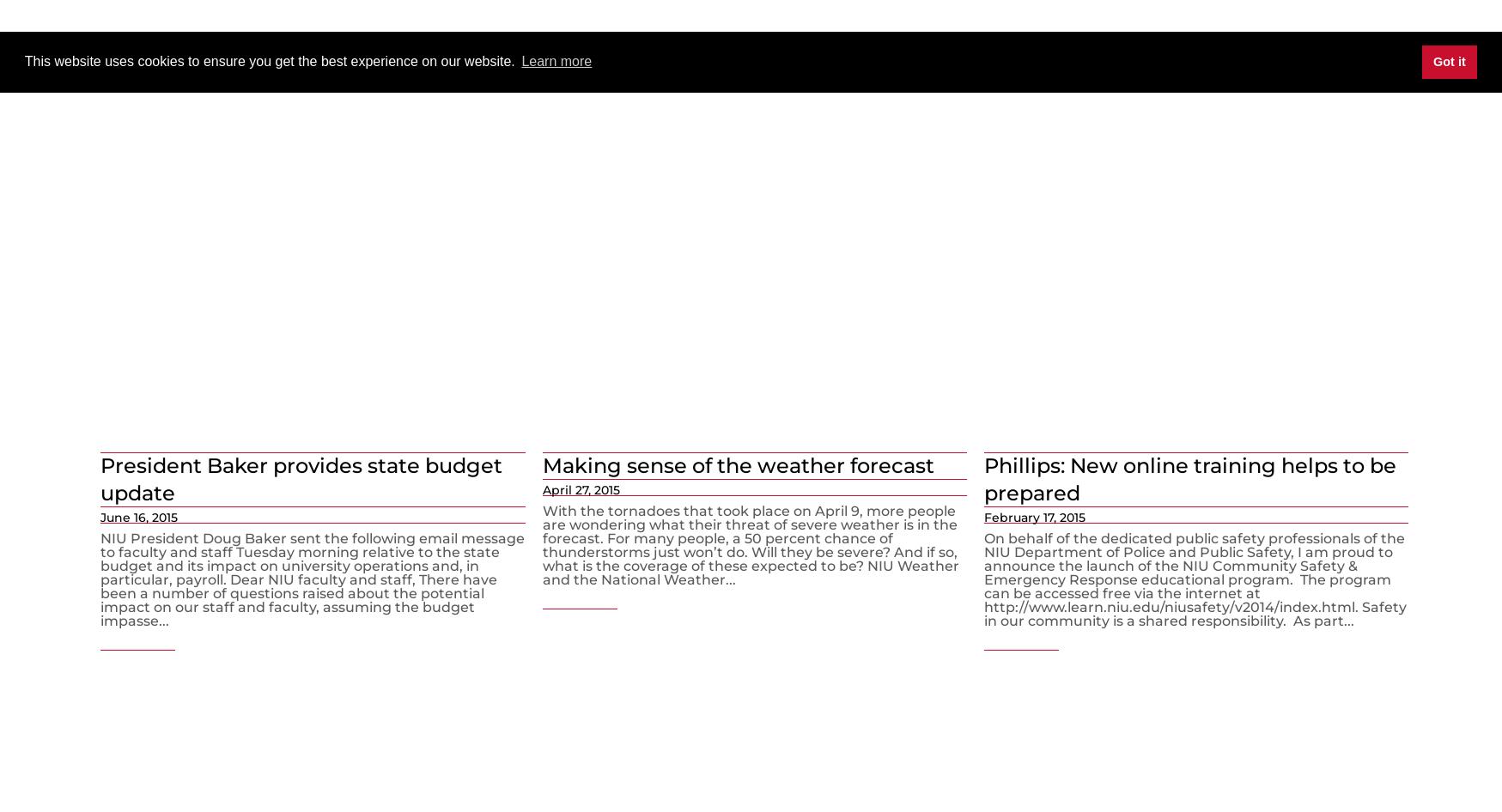 The image size is (1502, 812). Describe the element at coordinates (301, 478) in the screenshot. I see `'President Baker provides state budget update'` at that location.